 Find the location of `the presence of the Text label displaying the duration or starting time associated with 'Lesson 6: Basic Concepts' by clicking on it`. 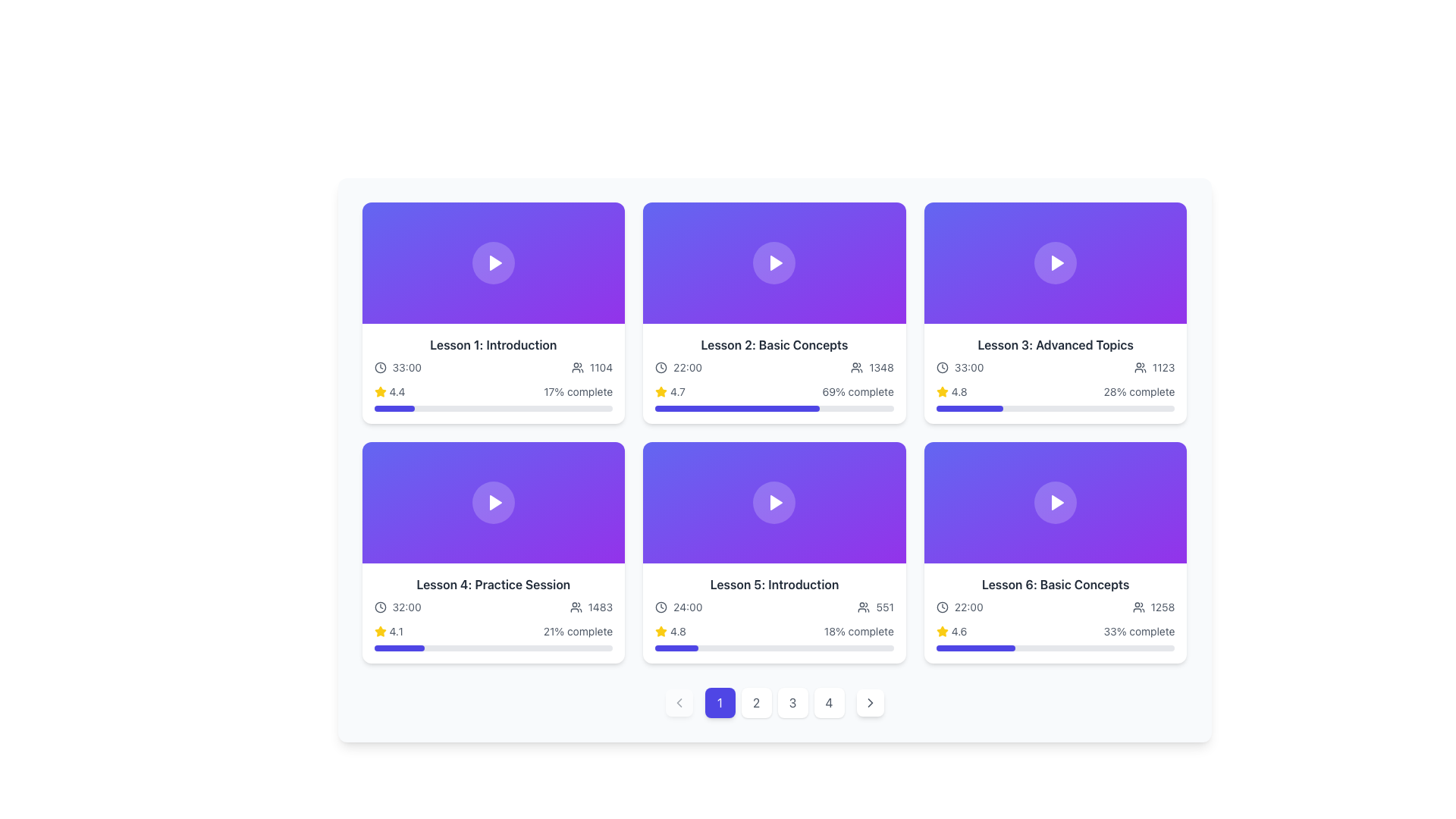

the presence of the Text label displaying the duration or starting time associated with 'Lesson 6: Basic Concepts' by clicking on it is located at coordinates (959, 607).